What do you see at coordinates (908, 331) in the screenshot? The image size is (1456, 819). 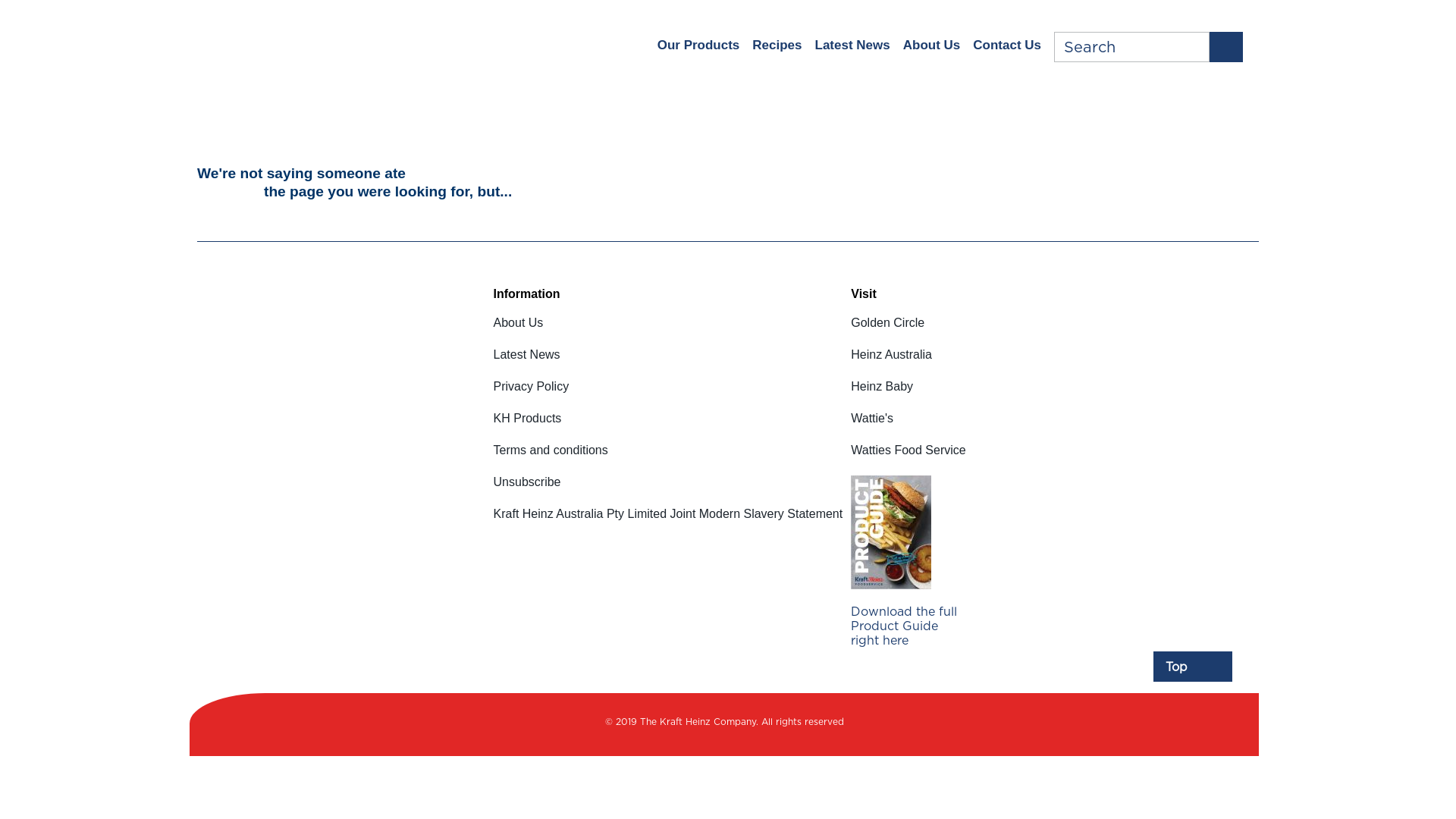 I see `'Golden Circle'` at bounding box center [908, 331].